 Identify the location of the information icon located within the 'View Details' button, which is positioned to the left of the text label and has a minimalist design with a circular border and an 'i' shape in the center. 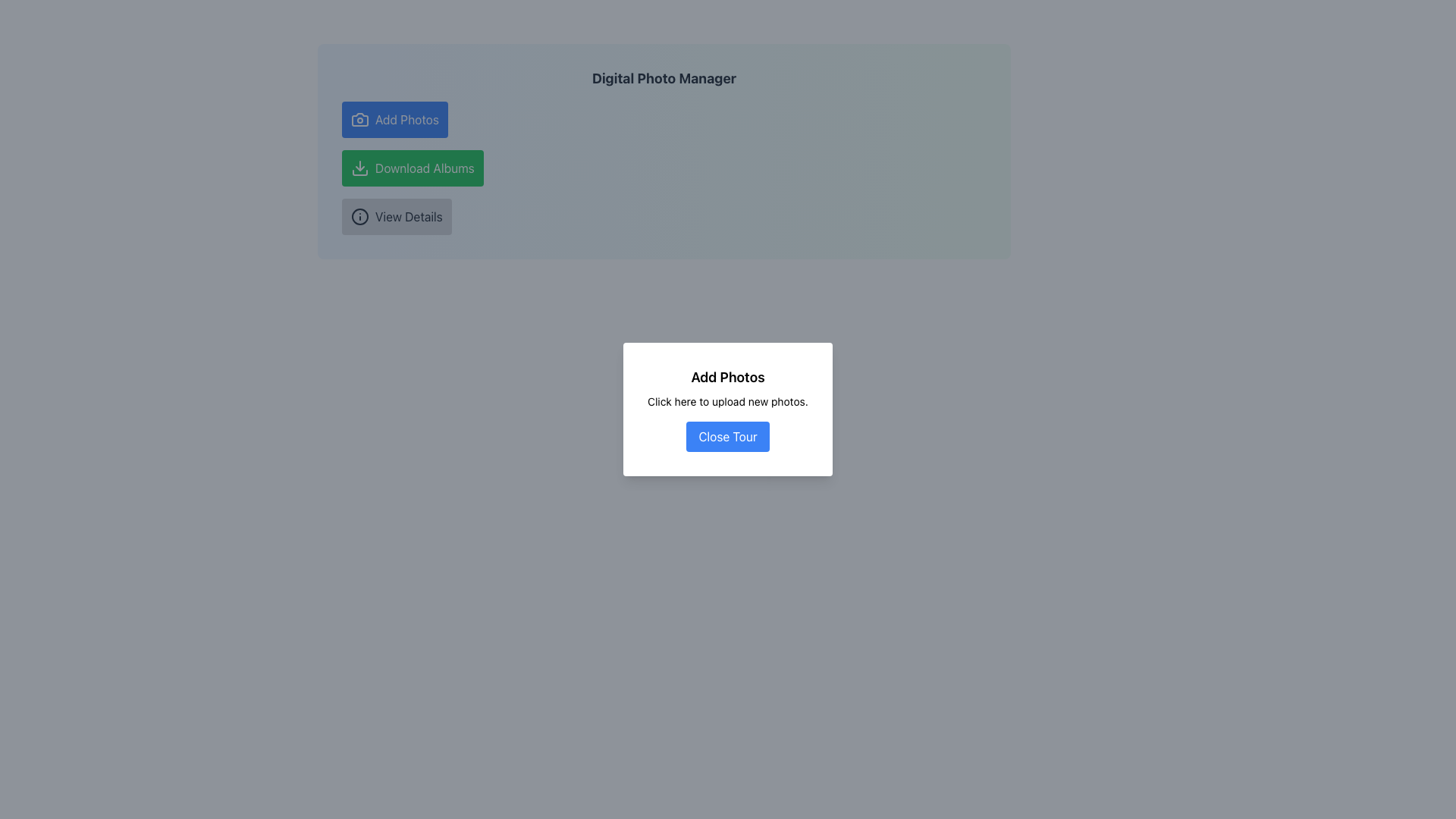
(359, 216).